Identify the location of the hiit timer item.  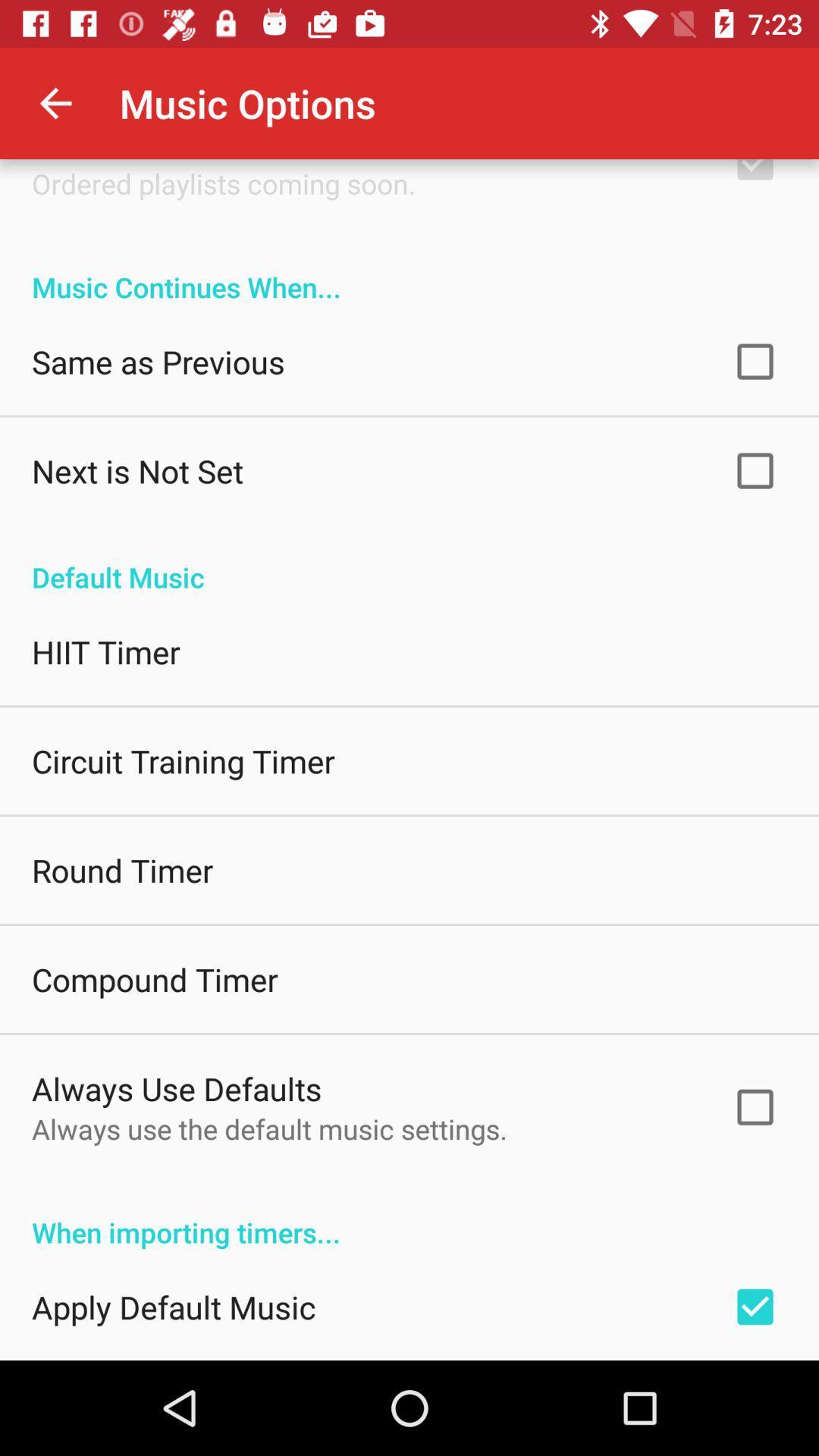
(105, 651).